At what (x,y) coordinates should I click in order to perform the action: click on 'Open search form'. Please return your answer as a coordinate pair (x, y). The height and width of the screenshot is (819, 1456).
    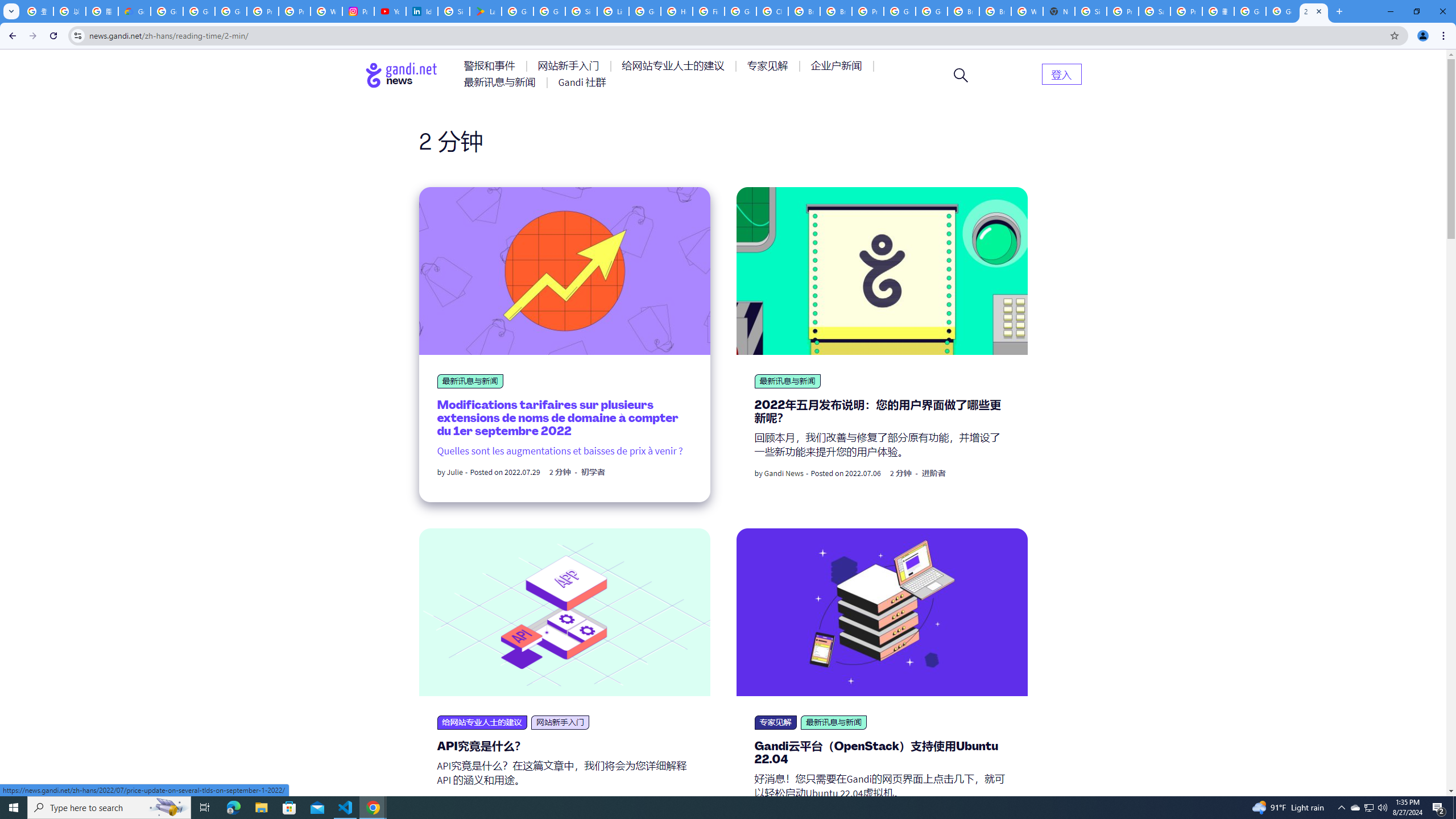
    Looking at the image, I should click on (960, 74).